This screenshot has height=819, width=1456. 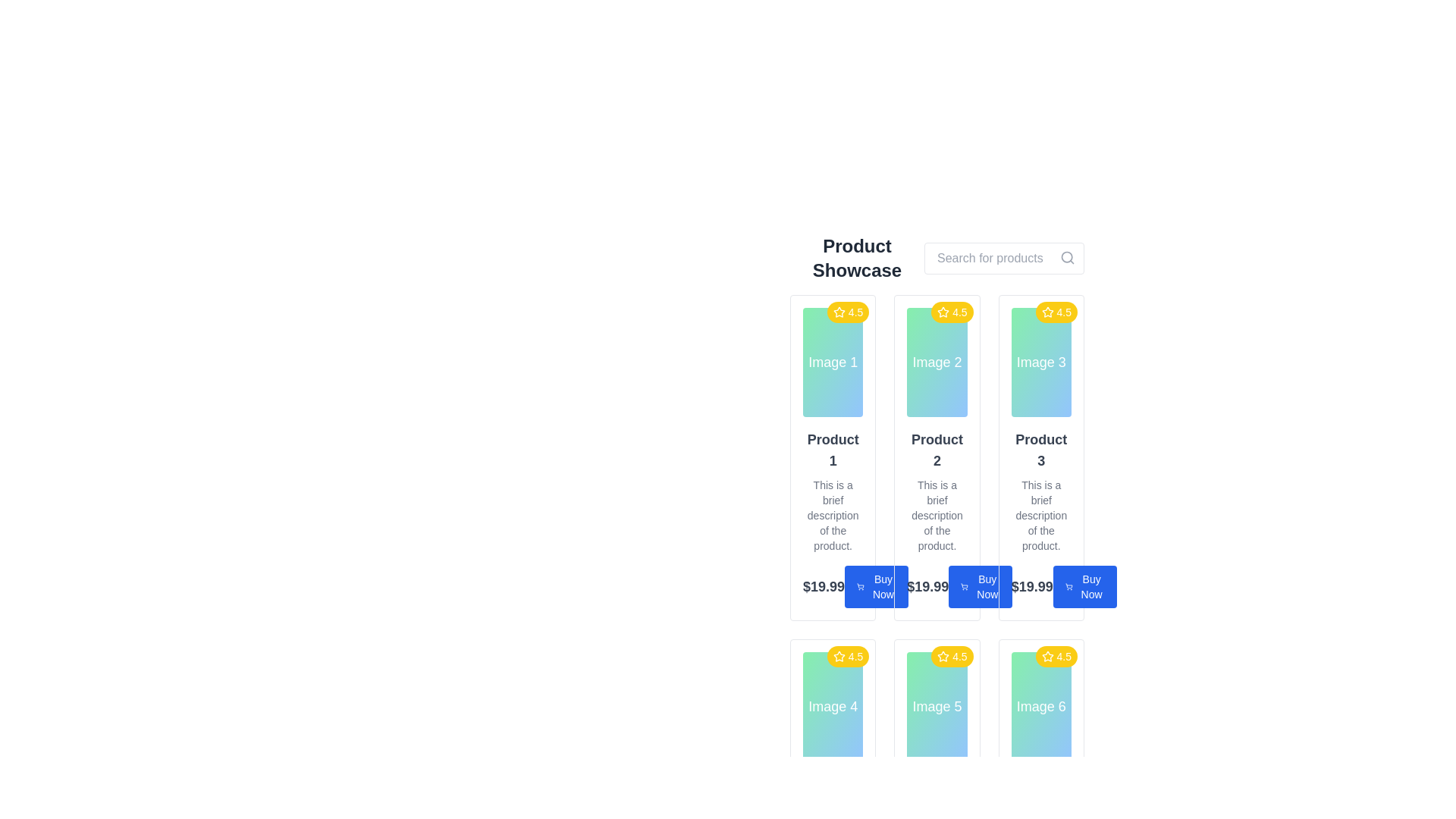 I want to click on the 'Buy Now' button with a blue background and white text located at the bottom-right corner of the third product card to initiate purchase, so click(x=1084, y=586).